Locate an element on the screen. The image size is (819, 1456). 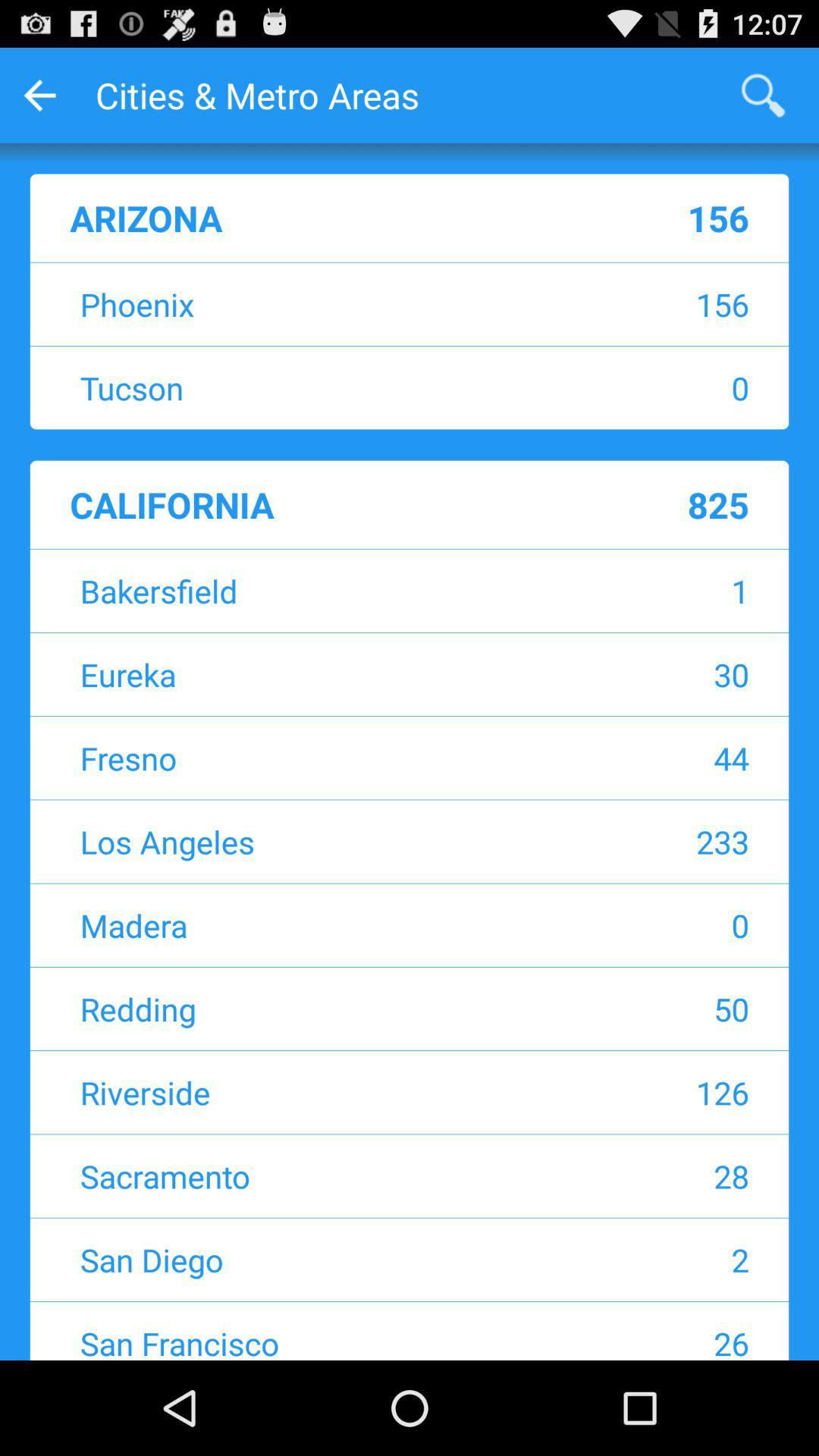
the item to the left of 44 icon is located at coordinates (314, 758).